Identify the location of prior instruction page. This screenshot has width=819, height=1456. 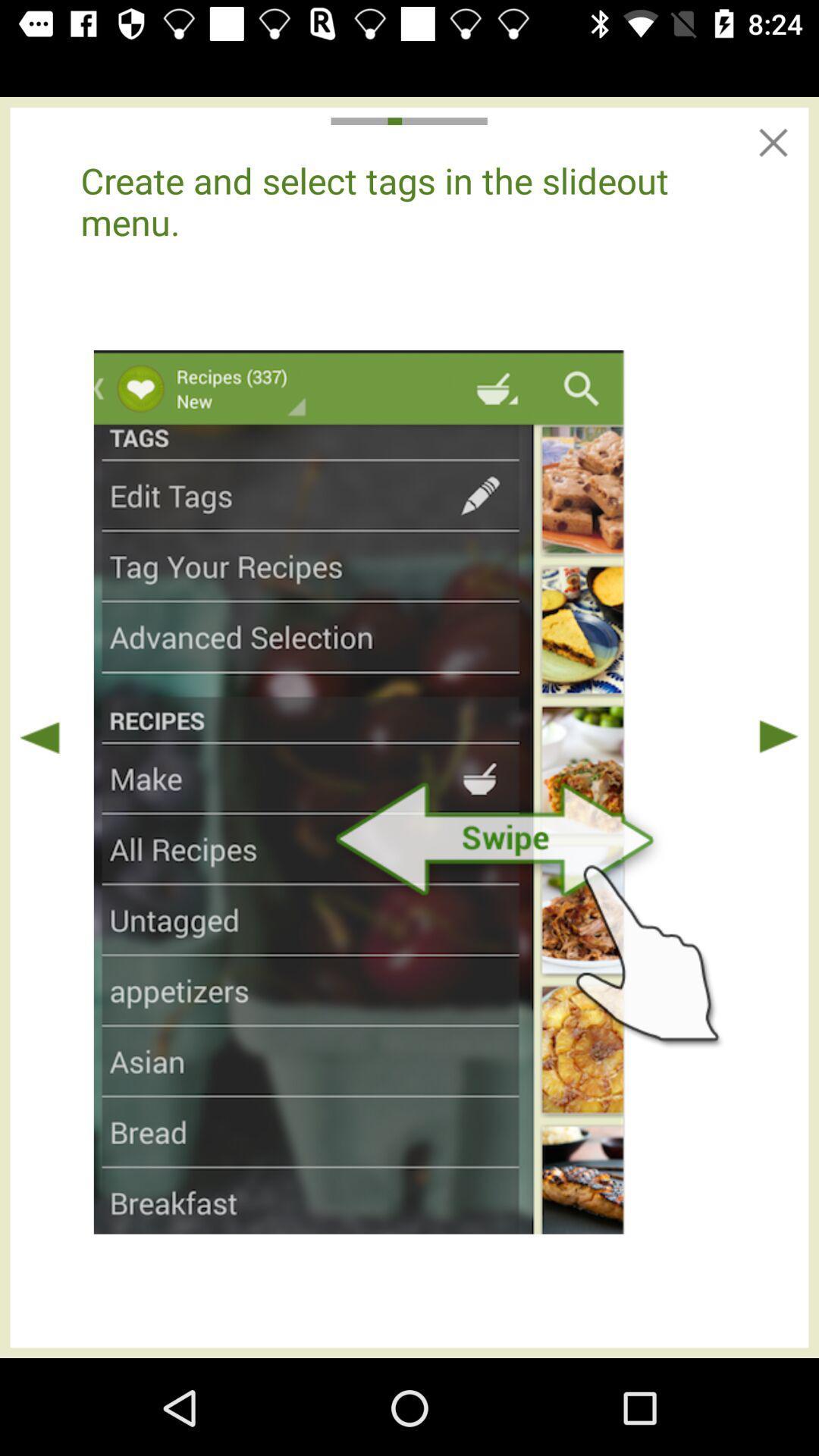
(39, 736).